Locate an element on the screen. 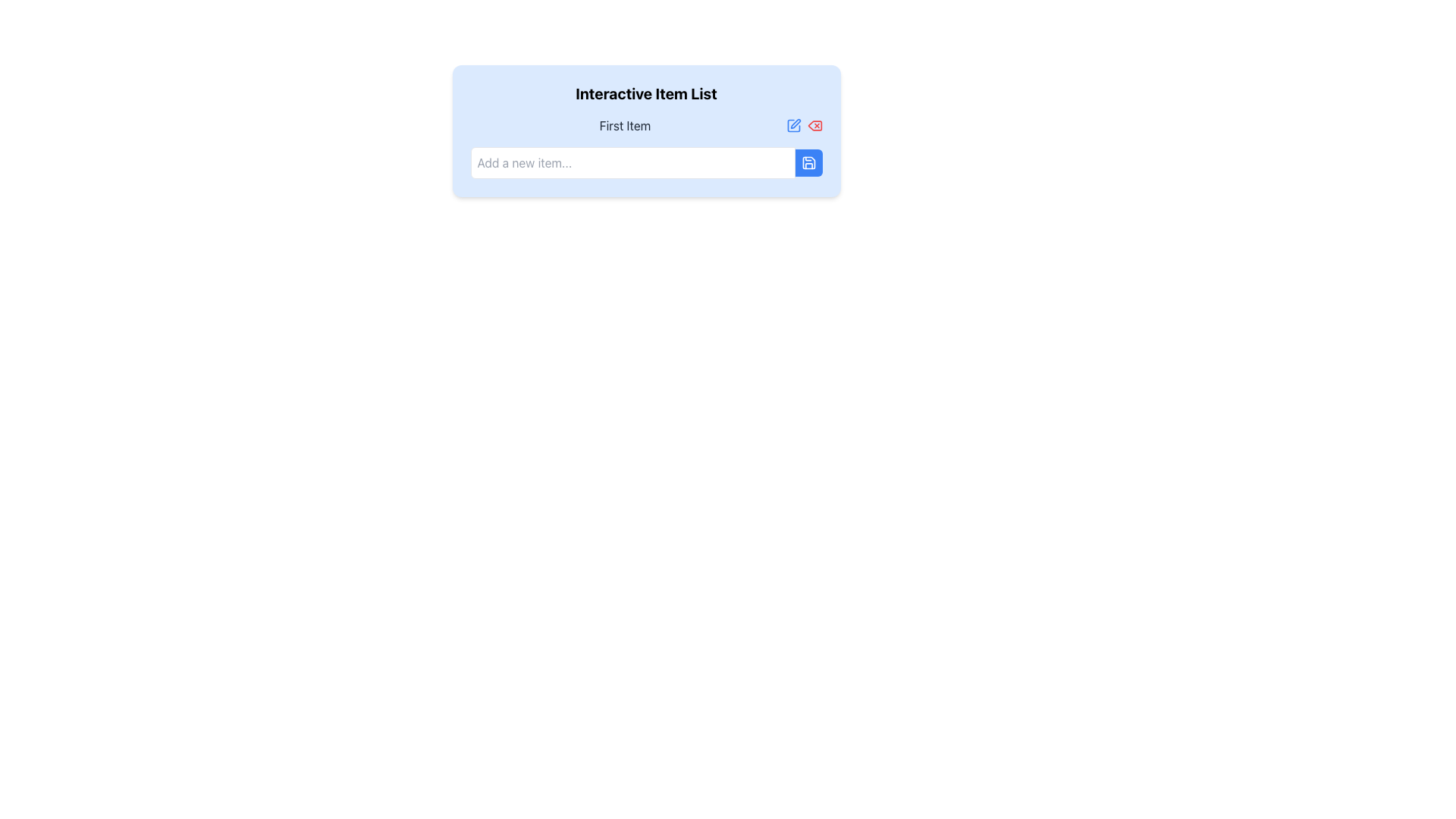 Image resolution: width=1456 pixels, height=819 pixels. the text block displaying 'First Item' which is located directly beneath the header 'Interactive Item List' and has a blue background is located at coordinates (646, 130).